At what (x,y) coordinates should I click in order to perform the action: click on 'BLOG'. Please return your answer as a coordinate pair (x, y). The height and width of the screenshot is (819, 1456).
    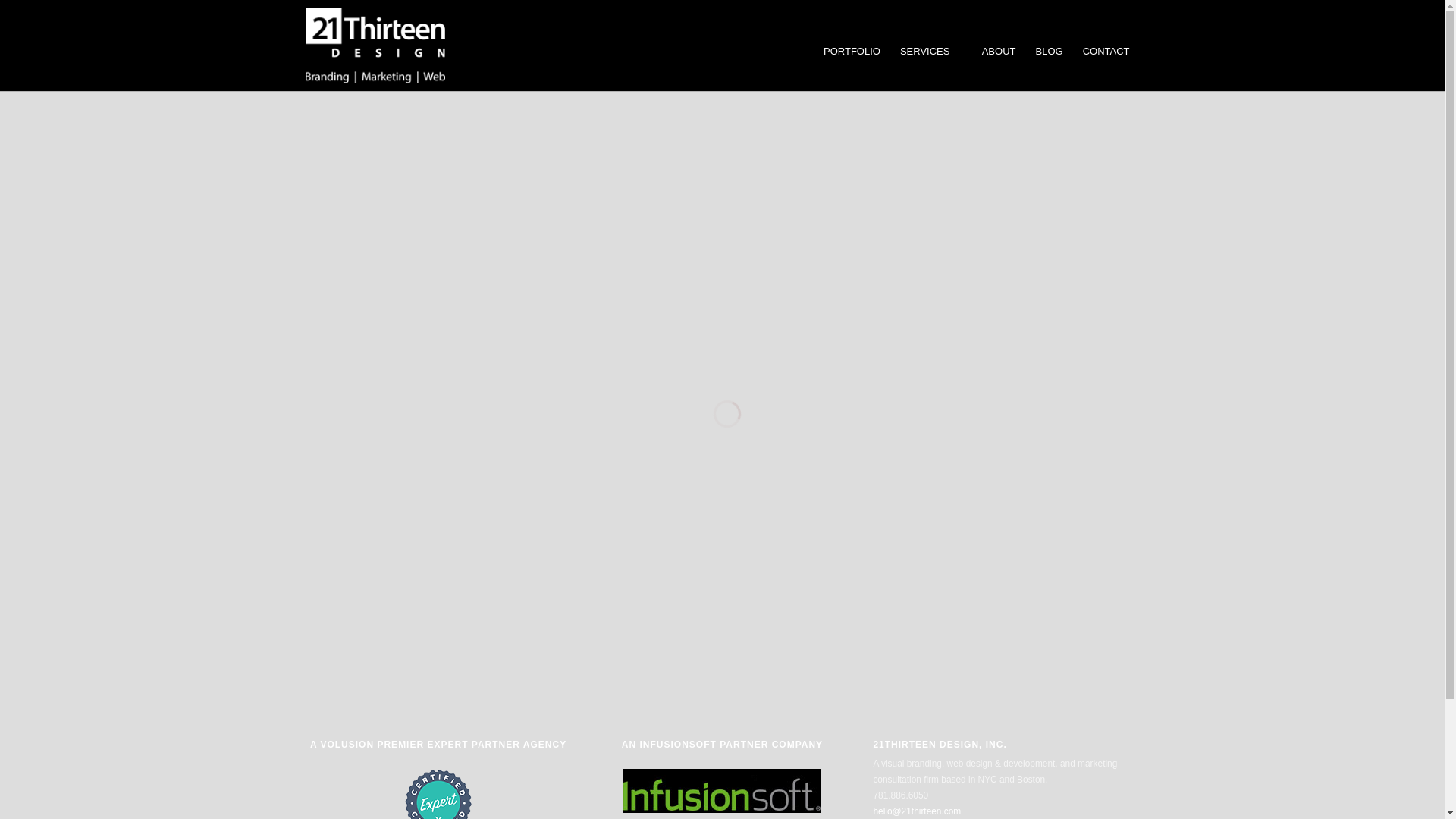
    Looking at the image, I should click on (1025, 51).